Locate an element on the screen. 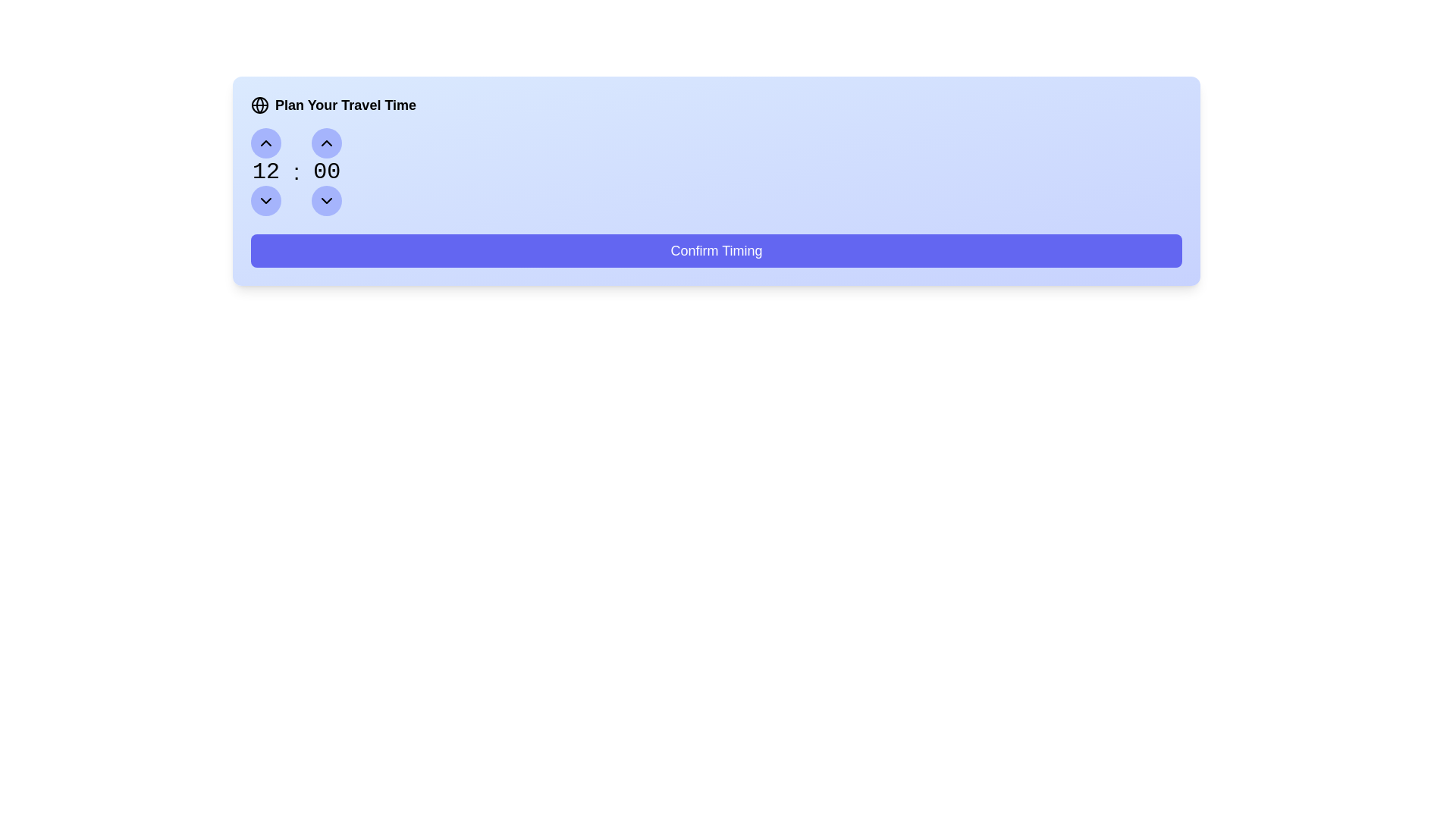  the travel icon located to the far left of the header area under the label 'Plan Your Travel Time.' is located at coordinates (259, 104).